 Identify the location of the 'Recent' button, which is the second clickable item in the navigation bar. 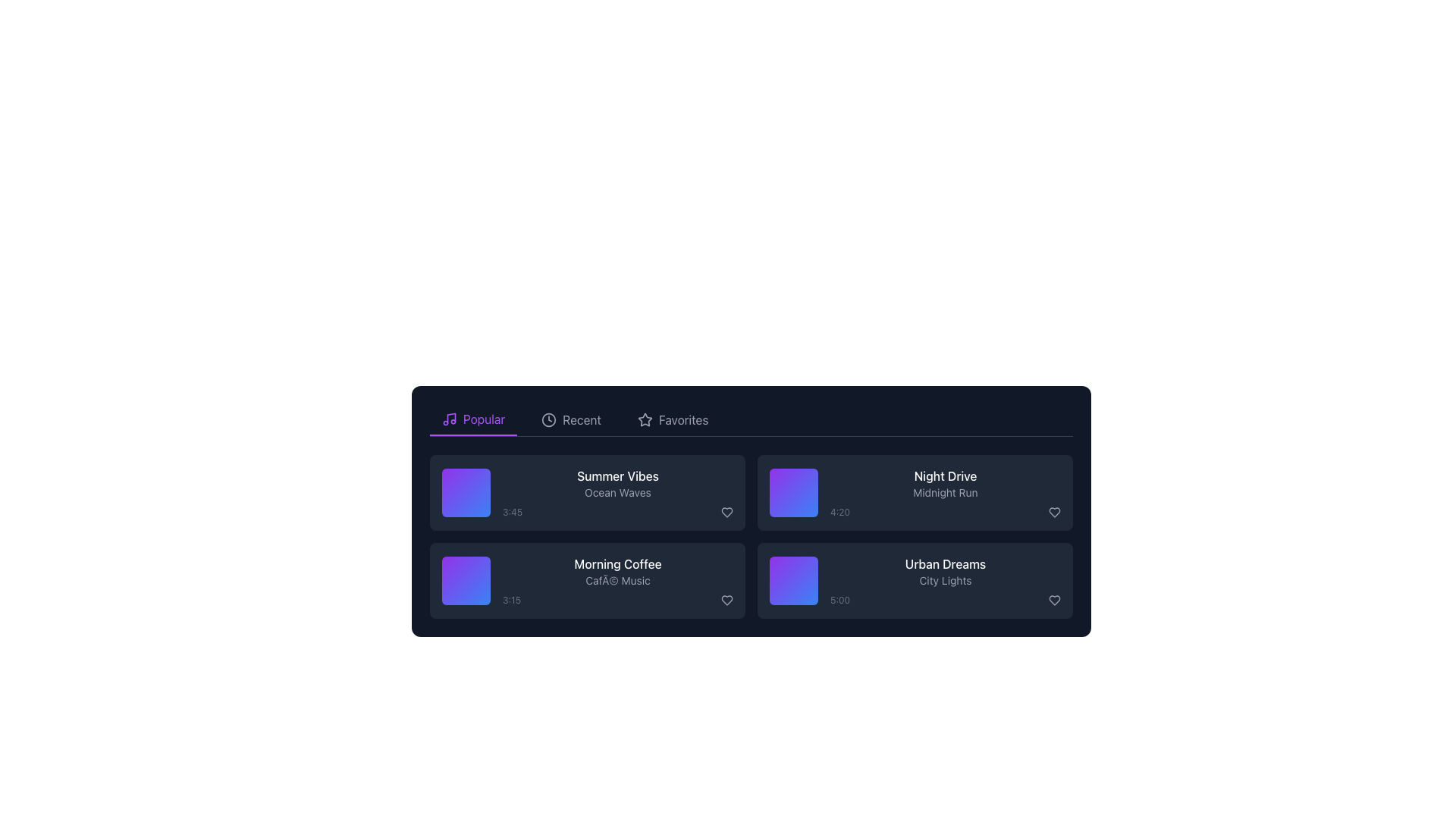
(570, 420).